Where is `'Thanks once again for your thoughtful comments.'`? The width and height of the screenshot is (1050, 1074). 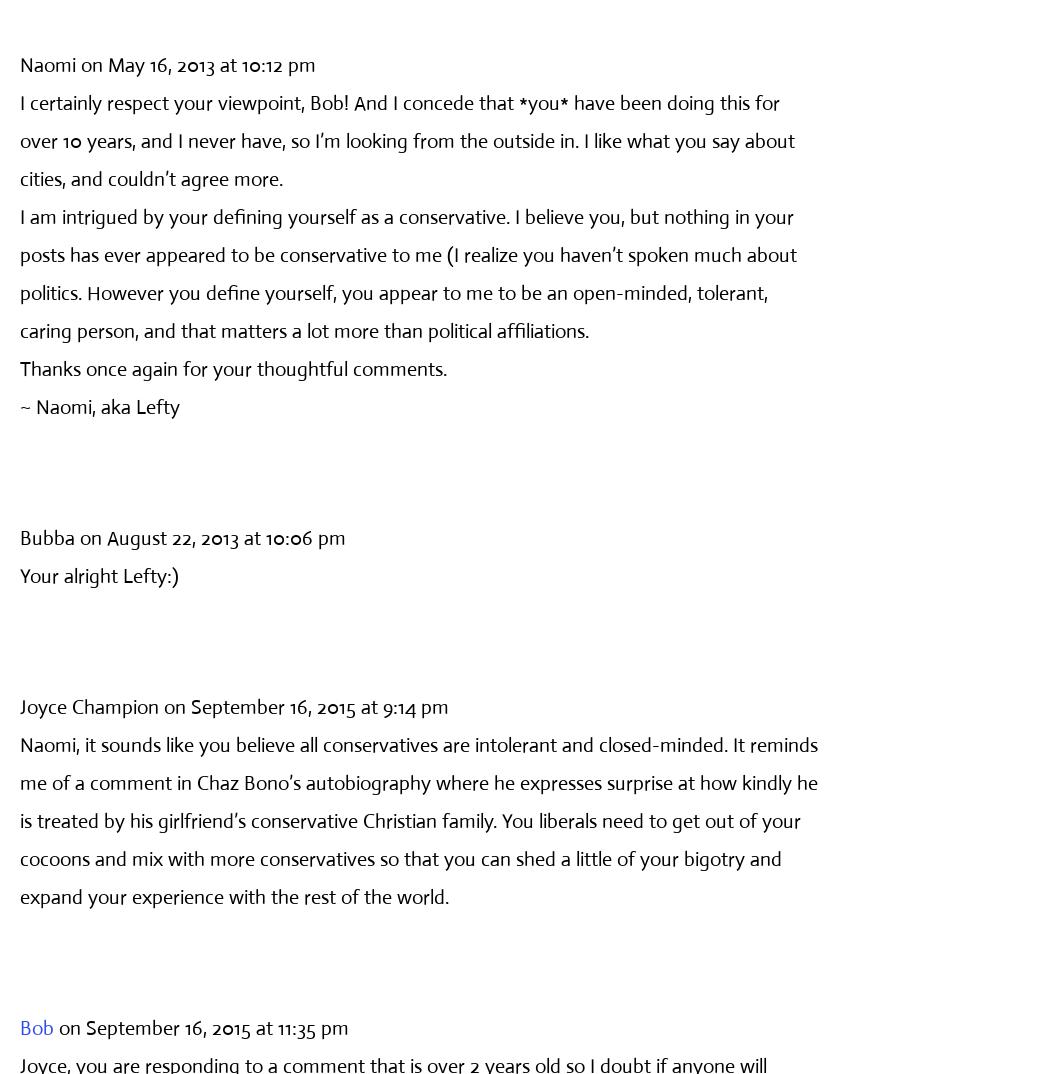 'Thanks once again for your thoughtful comments.' is located at coordinates (233, 367).